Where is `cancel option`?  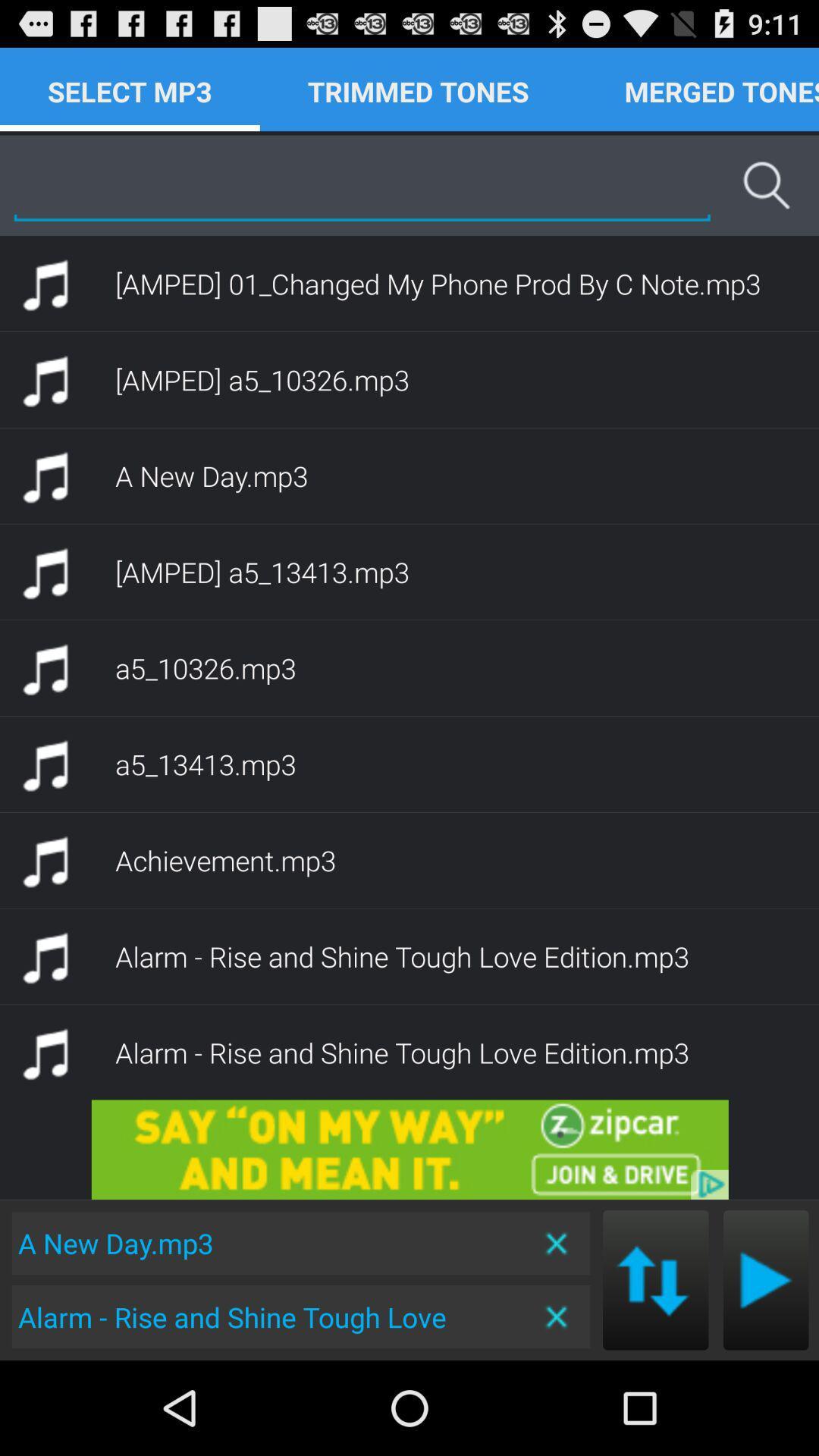 cancel option is located at coordinates (557, 1316).